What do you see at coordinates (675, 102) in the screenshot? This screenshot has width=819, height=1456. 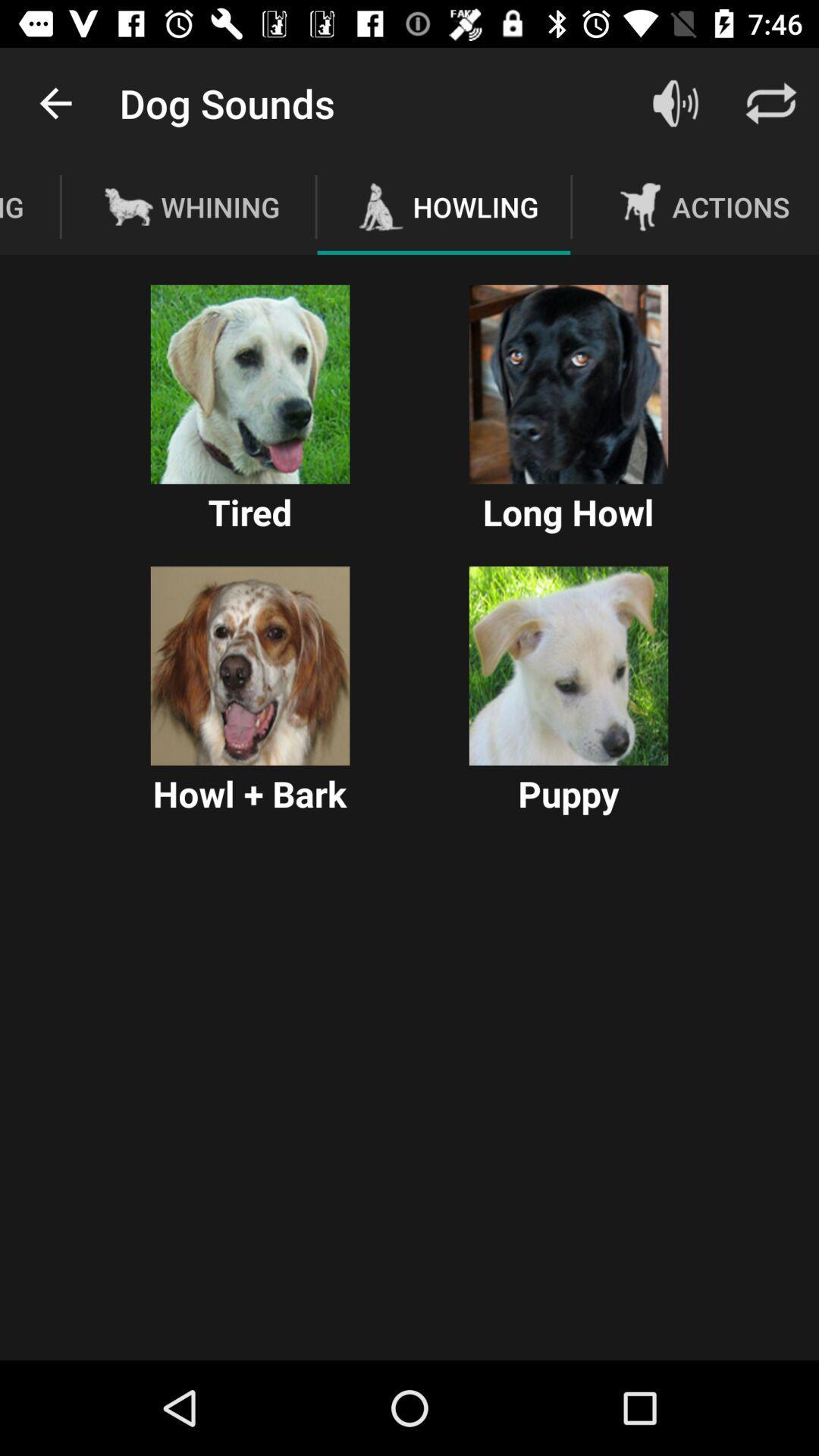 I see `the item to the right of the howling icon` at bounding box center [675, 102].